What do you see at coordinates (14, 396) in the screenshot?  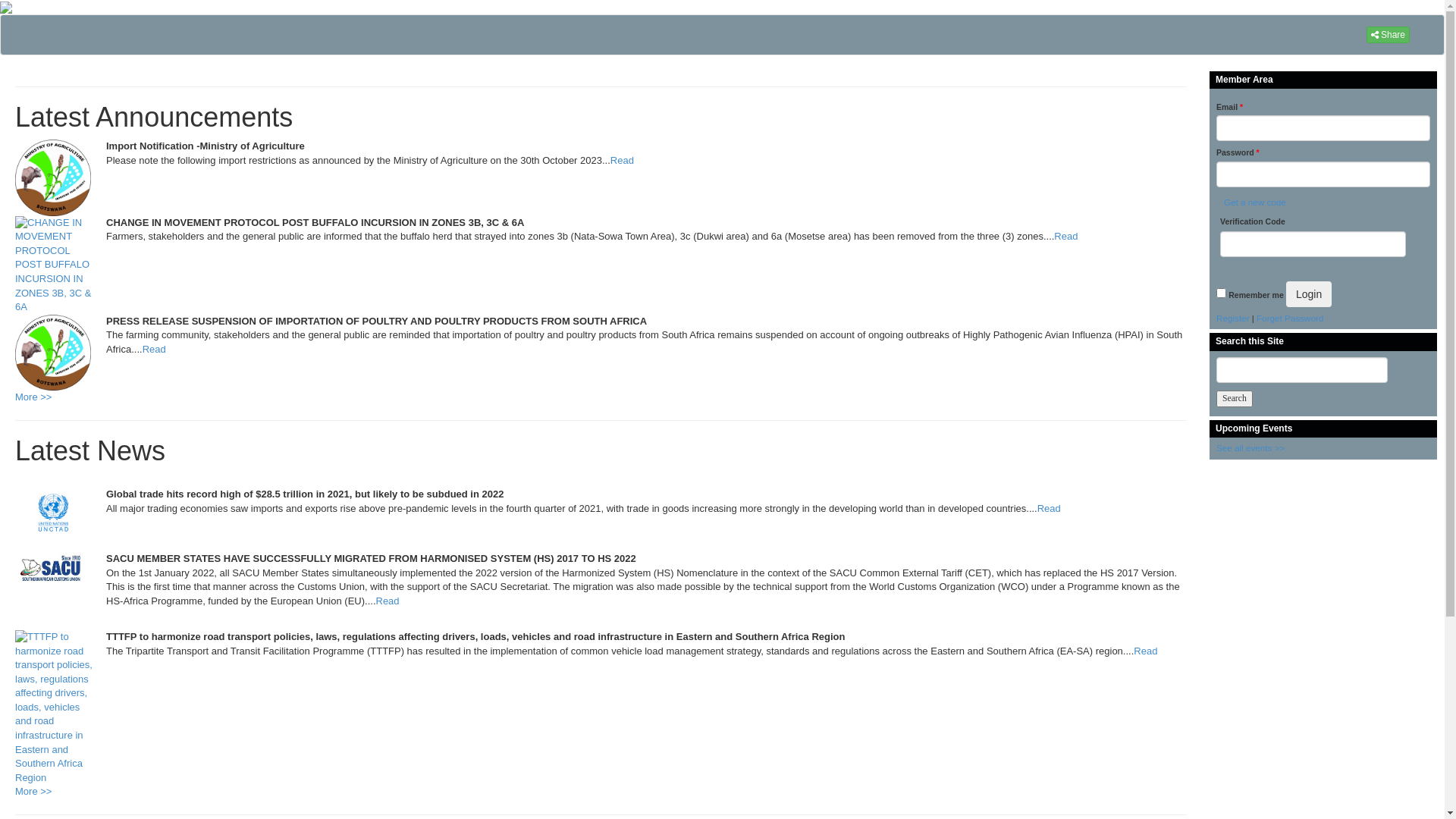 I see `'More >>'` at bounding box center [14, 396].